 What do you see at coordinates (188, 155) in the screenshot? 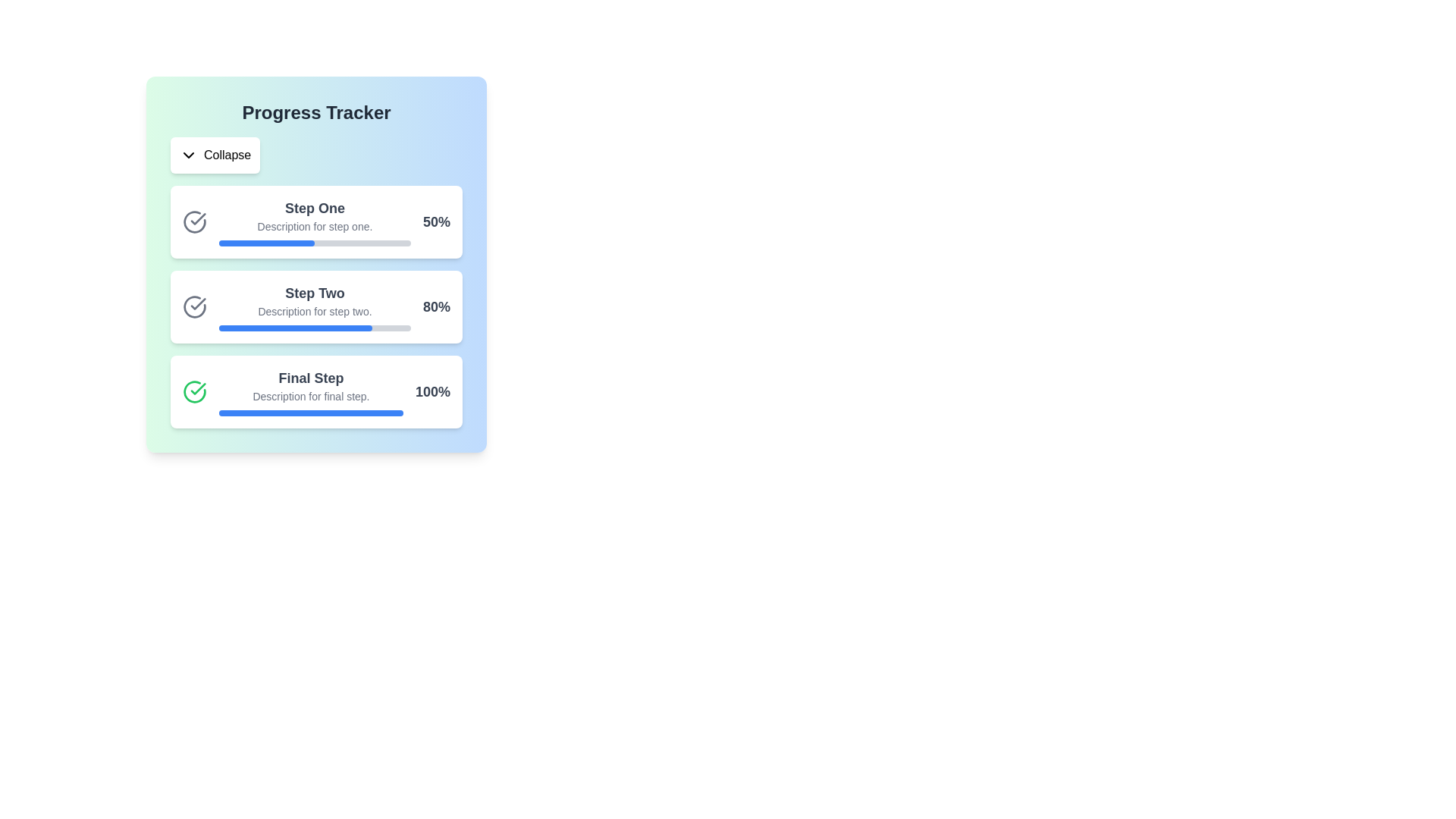
I see `the downward-facing chevron icon located in the top-left section of the interface` at bounding box center [188, 155].